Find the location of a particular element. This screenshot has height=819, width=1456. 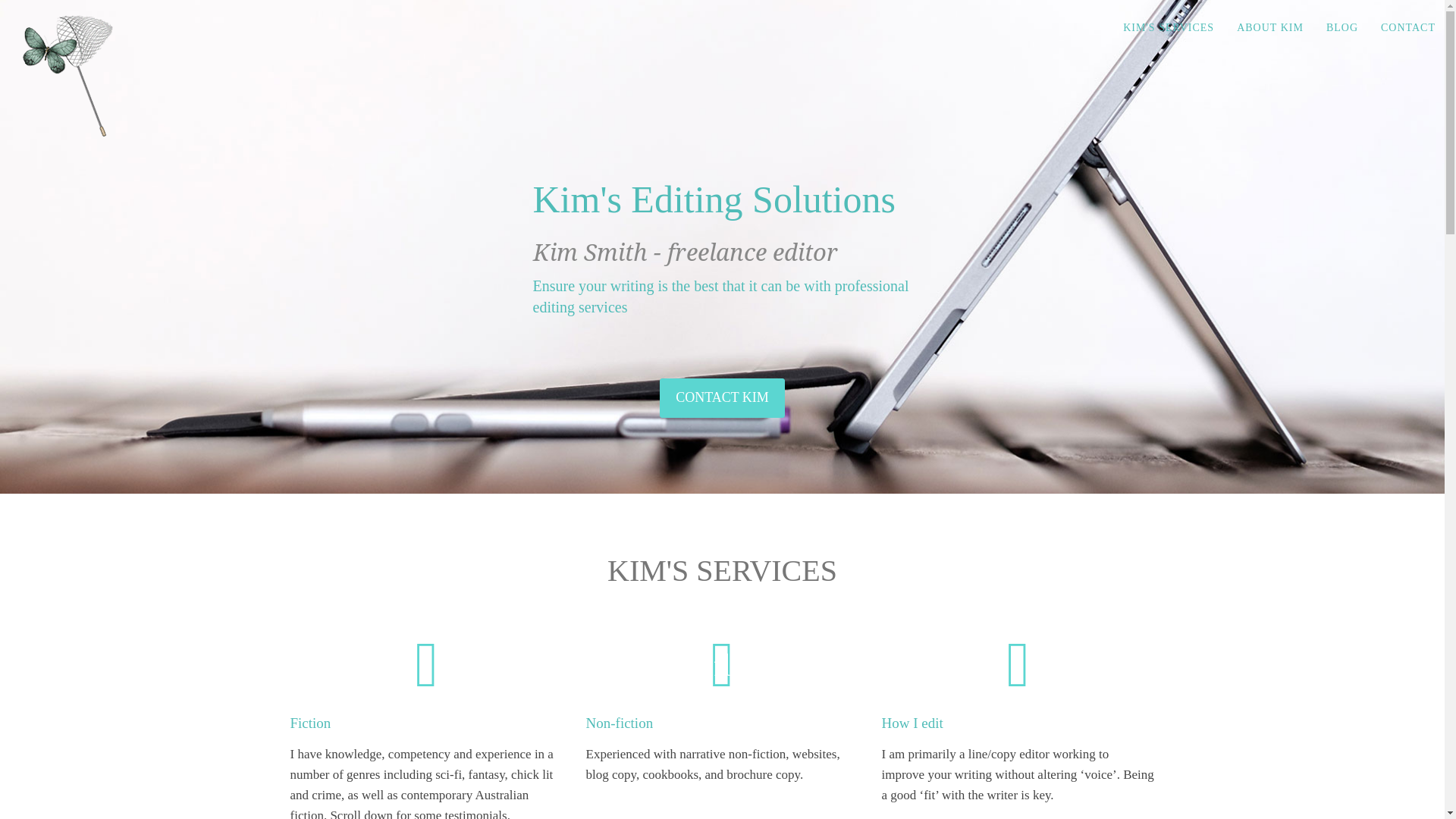

'BLOG' is located at coordinates (1342, 28).